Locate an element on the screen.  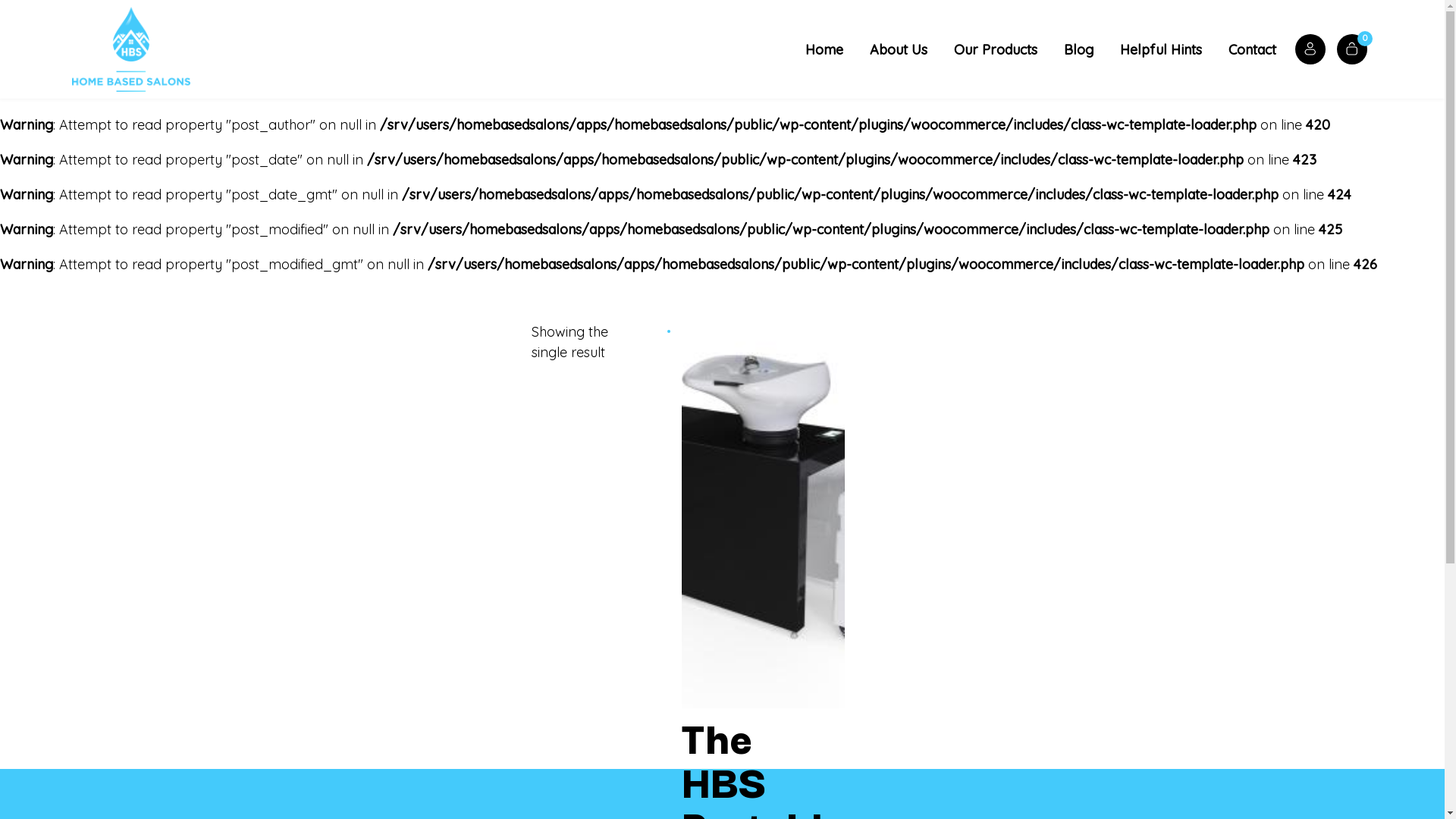
'Contact' is located at coordinates (1228, 49).